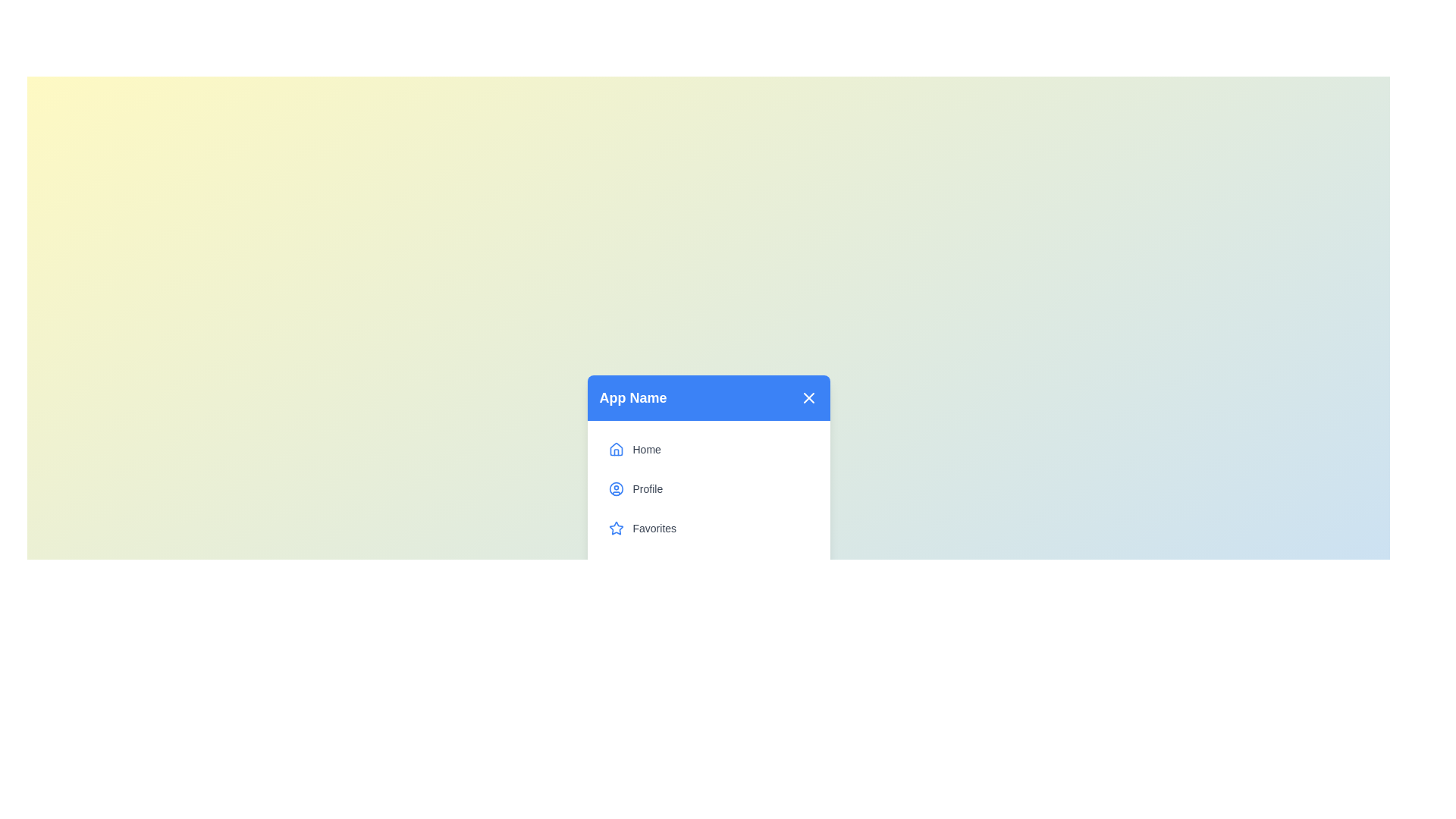  What do you see at coordinates (708, 488) in the screenshot?
I see `the menu item labeled Profile to trigger its associated action` at bounding box center [708, 488].